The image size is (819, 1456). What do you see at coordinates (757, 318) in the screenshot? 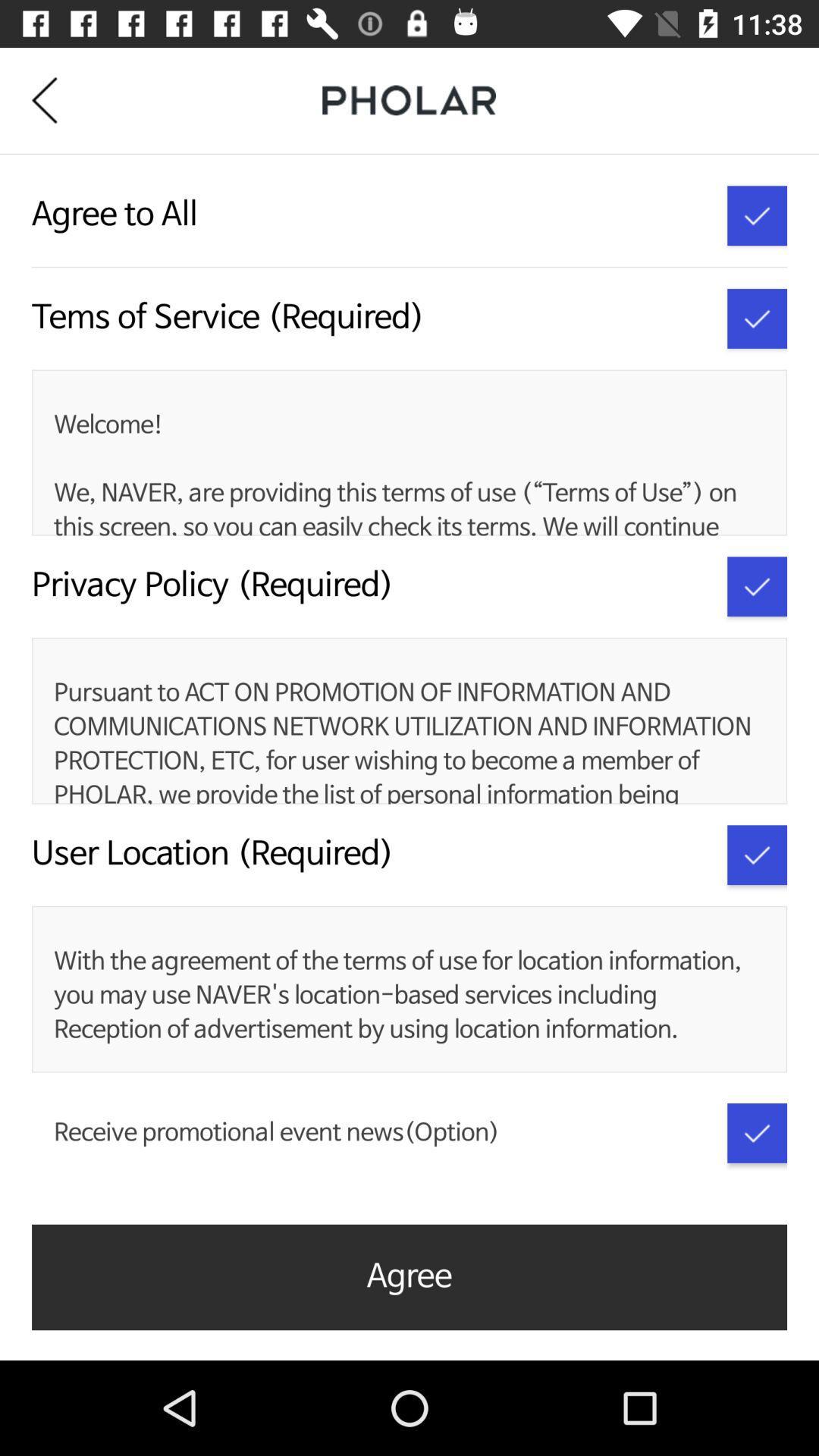
I see `terms of service acceptance` at bounding box center [757, 318].